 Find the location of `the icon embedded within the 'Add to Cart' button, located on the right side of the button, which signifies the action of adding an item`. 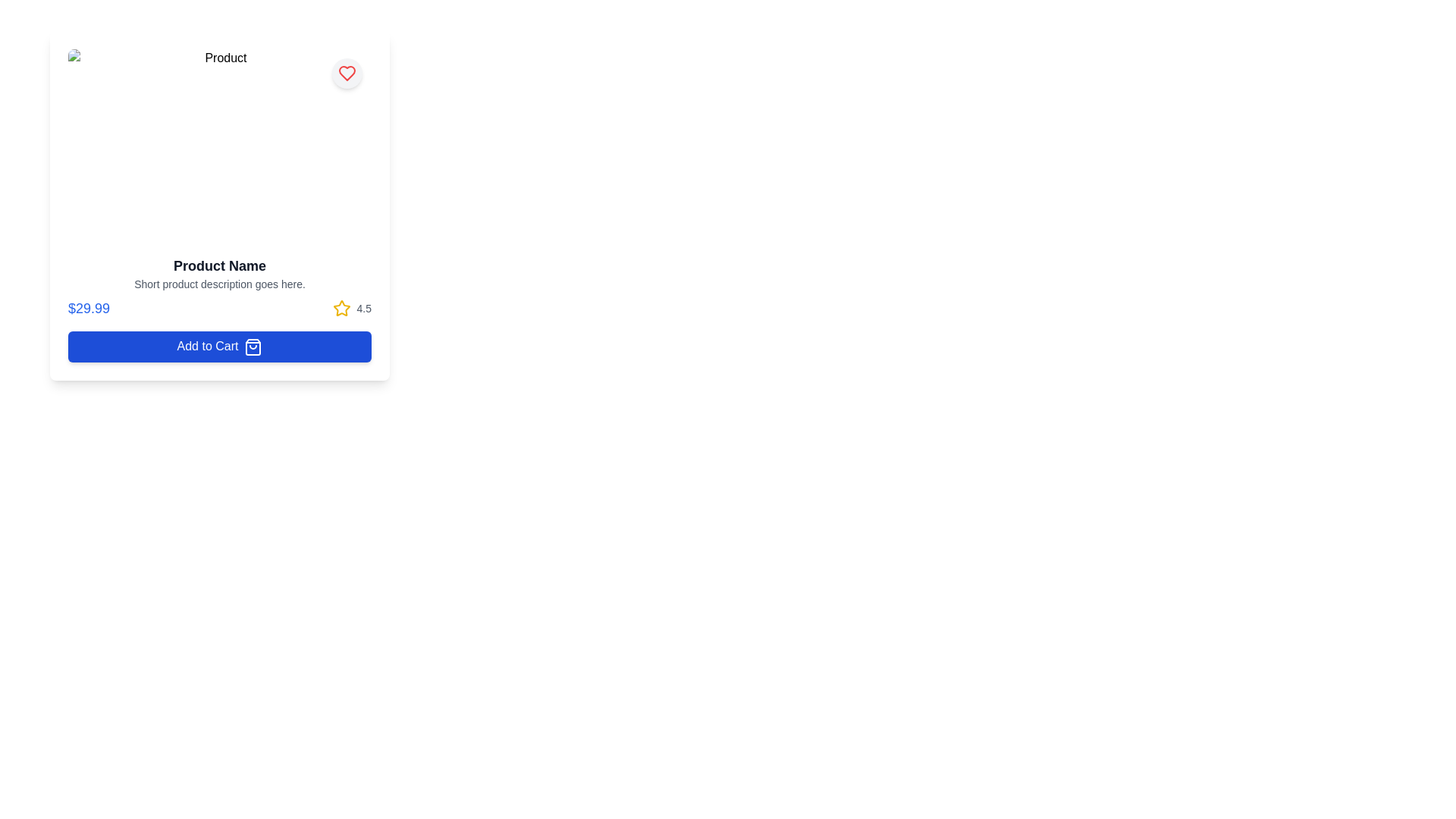

the icon embedded within the 'Add to Cart' button, located on the right side of the button, which signifies the action of adding an item is located at coordinates (253, 347).